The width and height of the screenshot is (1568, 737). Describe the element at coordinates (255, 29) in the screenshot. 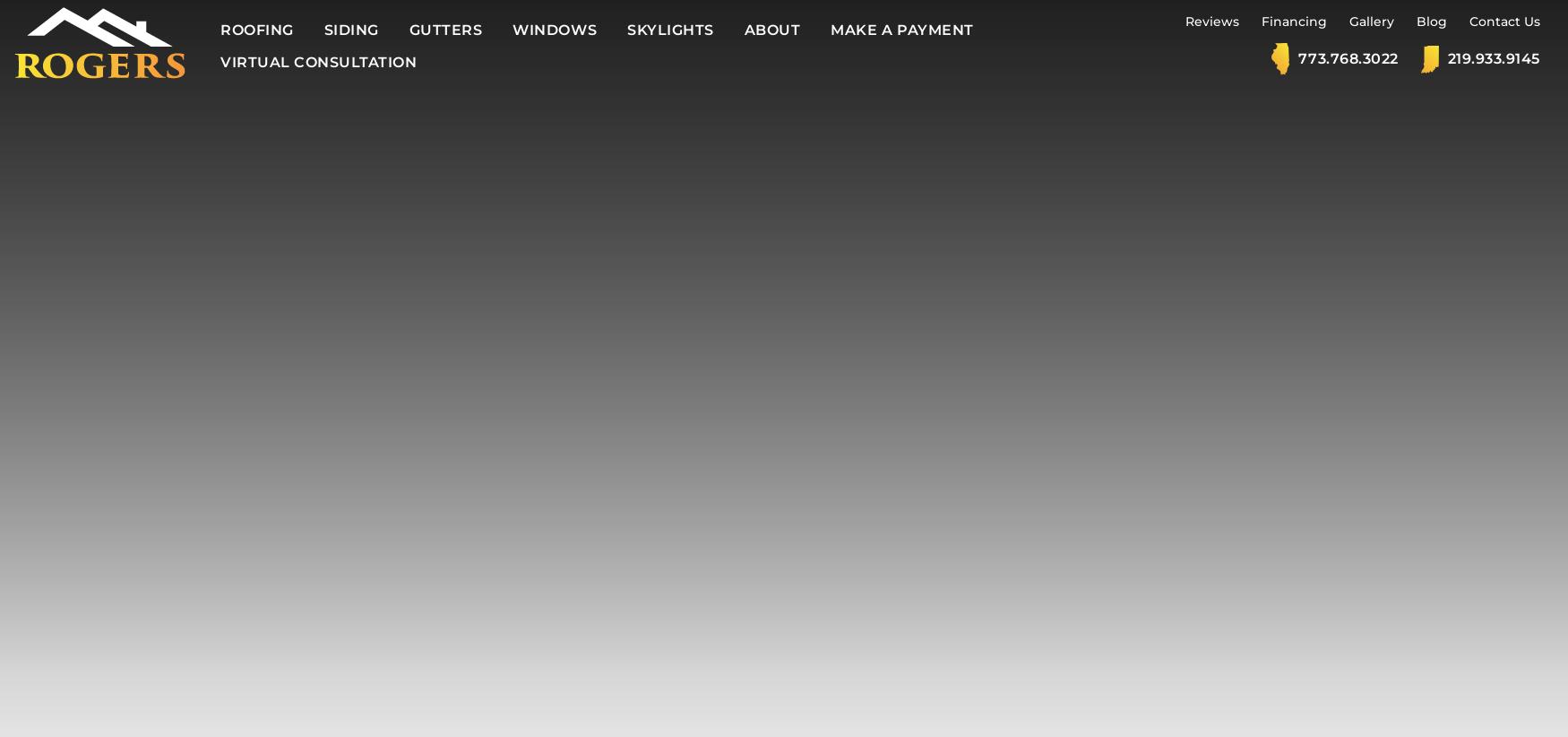

I see `'Roofing'` at that location.